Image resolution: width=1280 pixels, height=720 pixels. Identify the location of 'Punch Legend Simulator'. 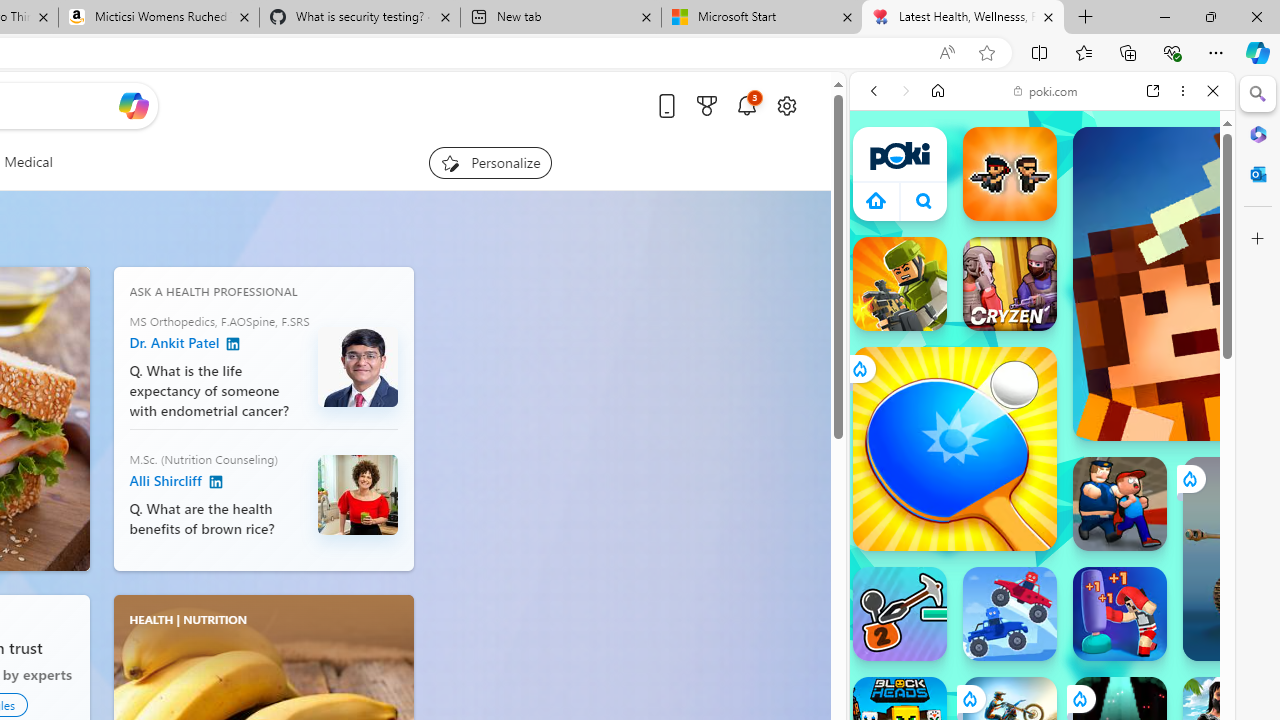
(1120, 613).